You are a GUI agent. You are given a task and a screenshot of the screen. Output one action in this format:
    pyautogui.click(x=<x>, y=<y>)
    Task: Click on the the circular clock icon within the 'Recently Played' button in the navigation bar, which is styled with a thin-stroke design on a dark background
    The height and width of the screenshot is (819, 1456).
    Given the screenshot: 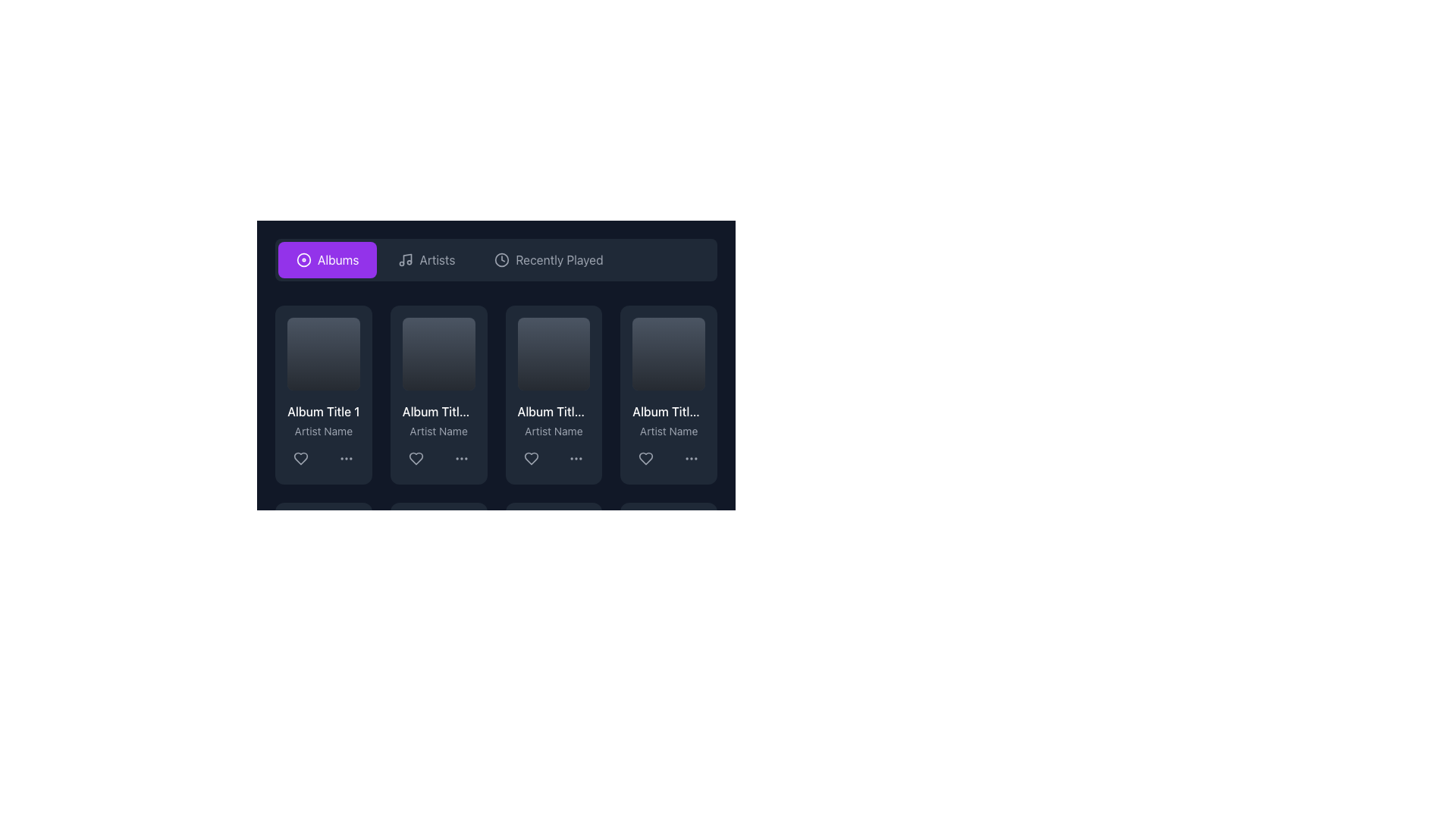 What is the action you would take?
    pyautogui.click(x=502, y=259)
    